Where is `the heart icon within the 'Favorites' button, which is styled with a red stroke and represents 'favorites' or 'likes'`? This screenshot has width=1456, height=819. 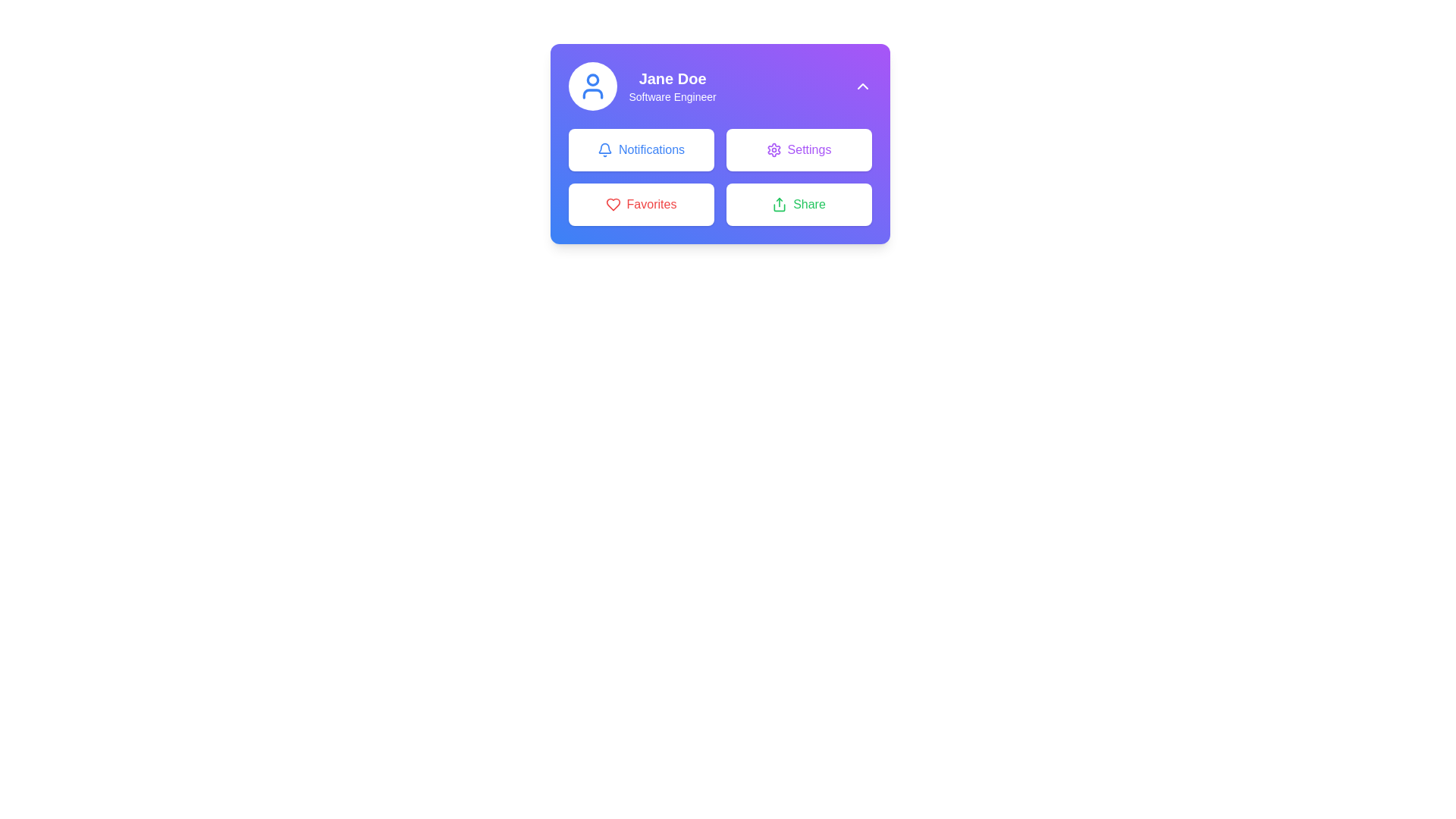 the heart icon within the 'Favorites' button, which is styled with a red stroke and represents 'favorites' or 'likes' is located at coordinates (613, 205).